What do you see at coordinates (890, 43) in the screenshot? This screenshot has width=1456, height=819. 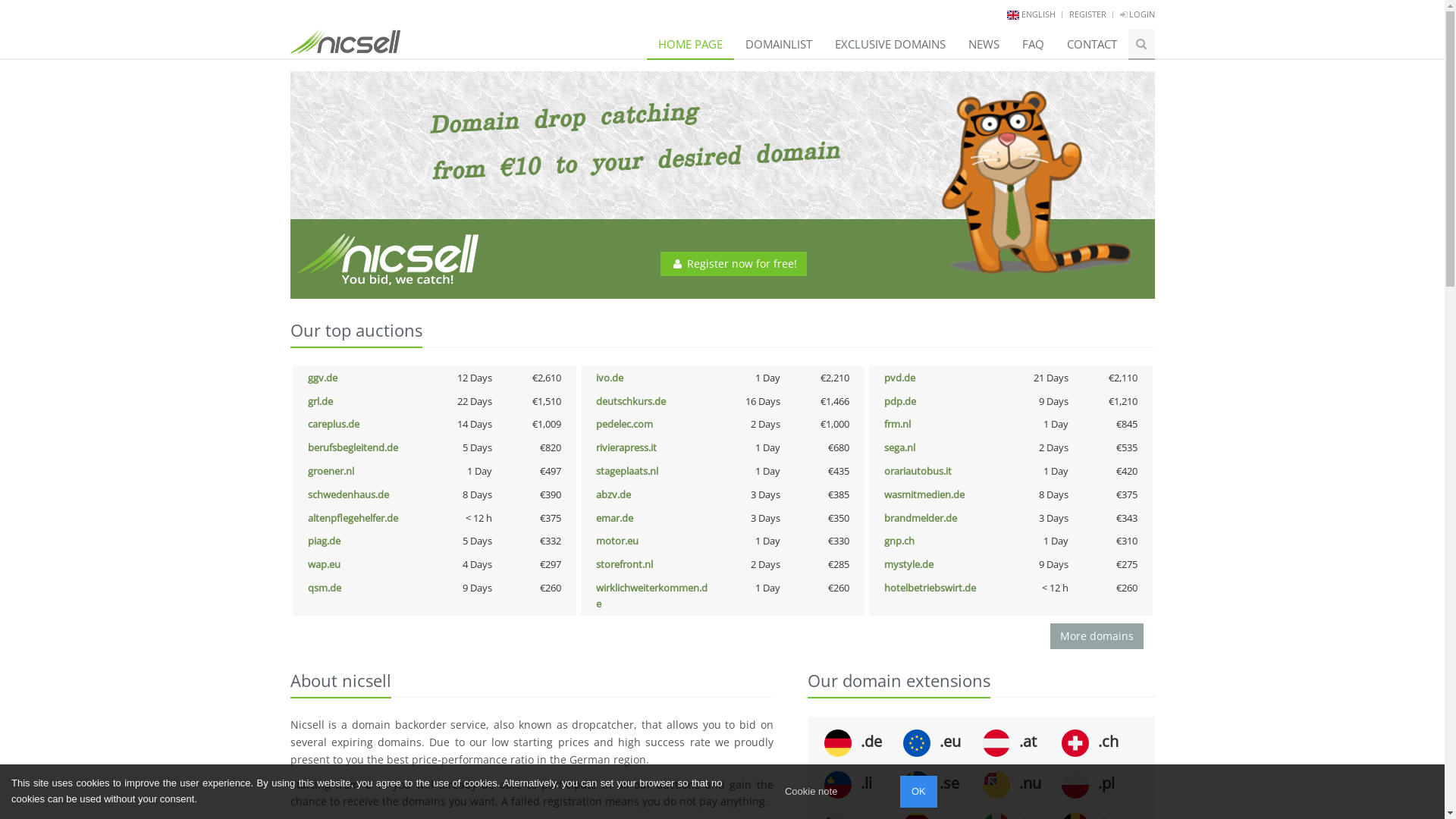 I see `'EXCLUSIVE DOMAINS'` at bounding box center [890, 43].